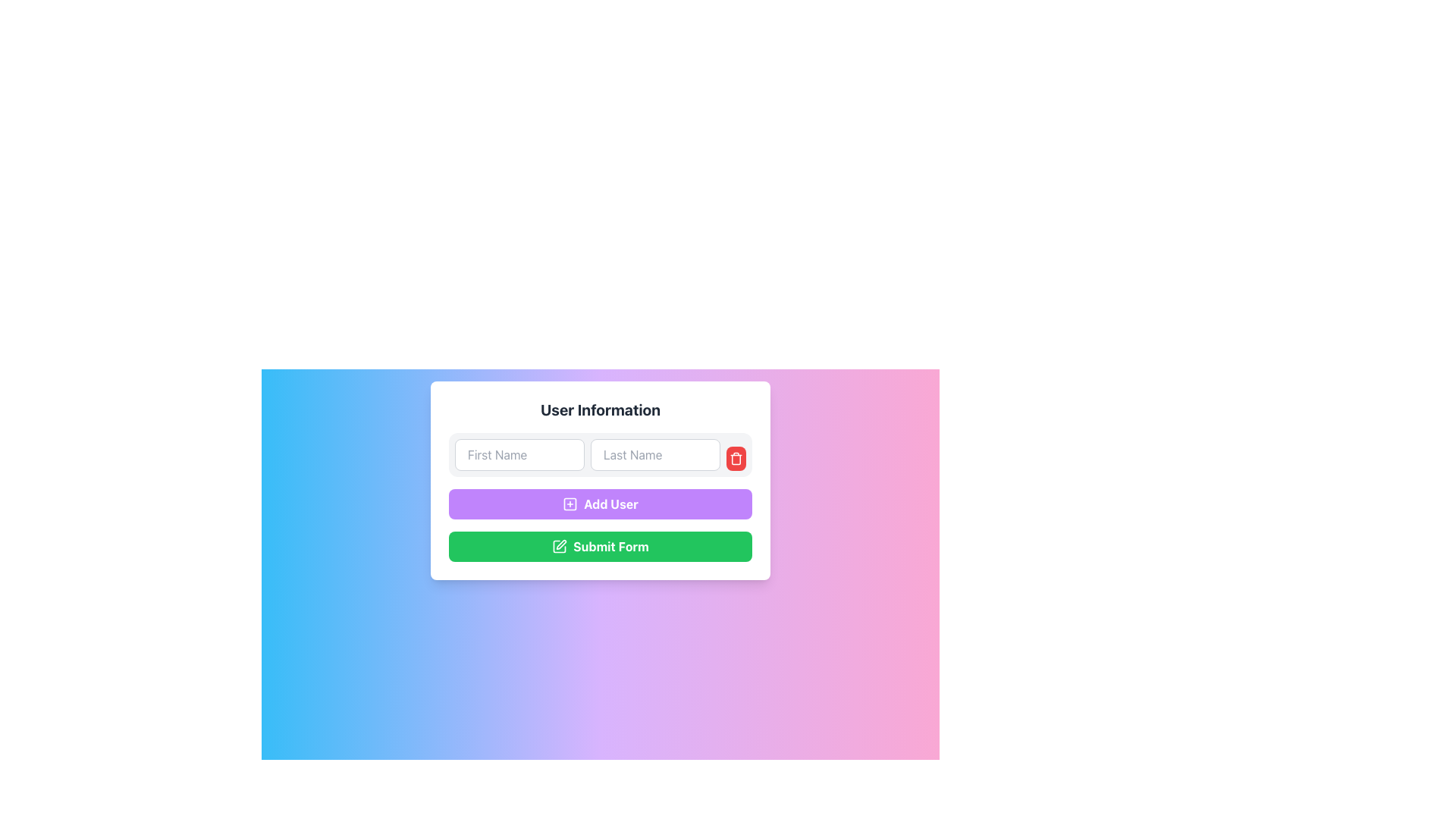 The height and width of the screenshot is (819, 1456). Describe the element at coordinates (519, 454) in the screenshot. I see `the text input field labeled 'First Name' to focus on it for user input` at that location.